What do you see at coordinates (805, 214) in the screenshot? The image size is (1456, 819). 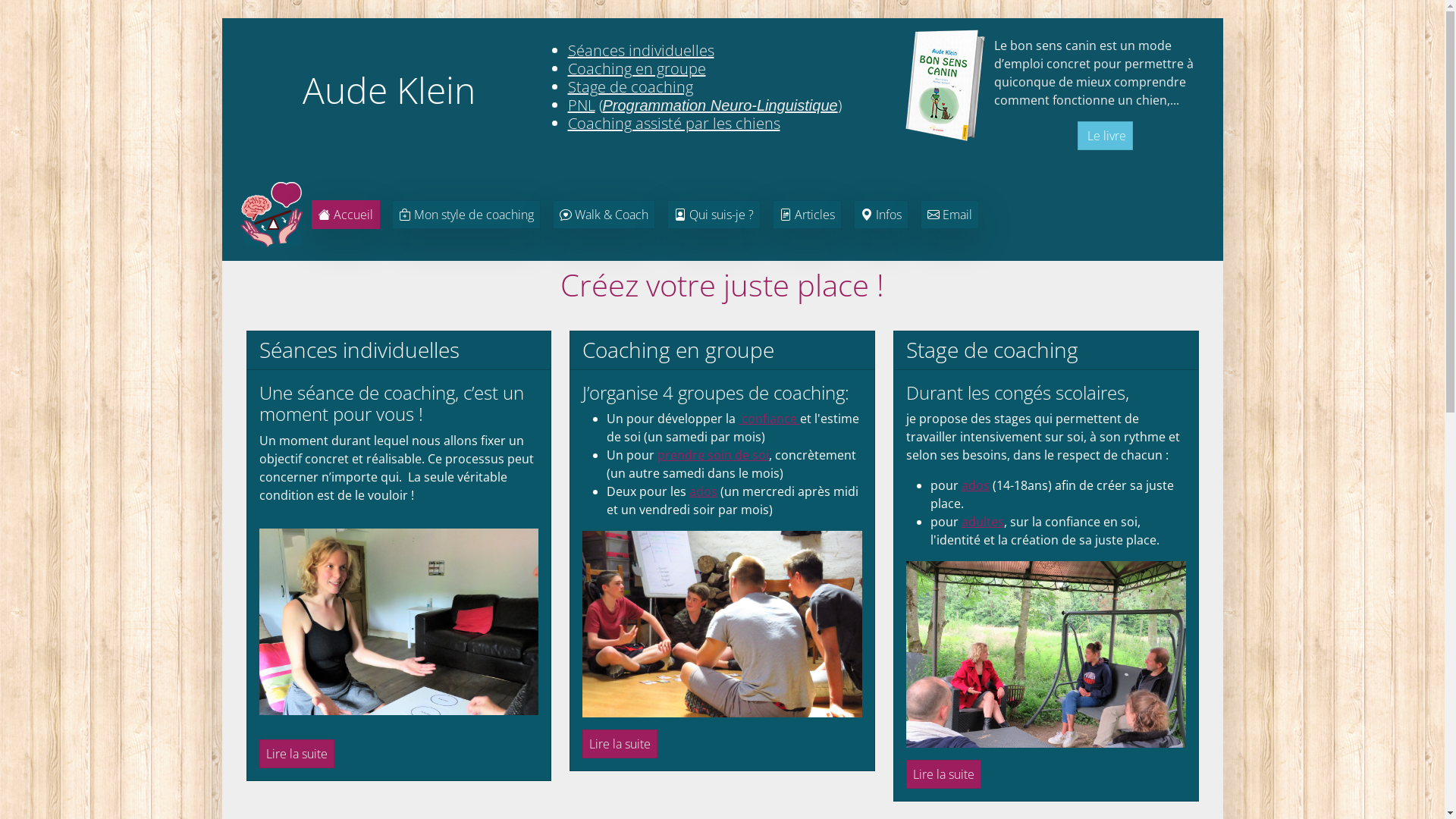 I see `'Articles'` at bounding box center [805, 214].